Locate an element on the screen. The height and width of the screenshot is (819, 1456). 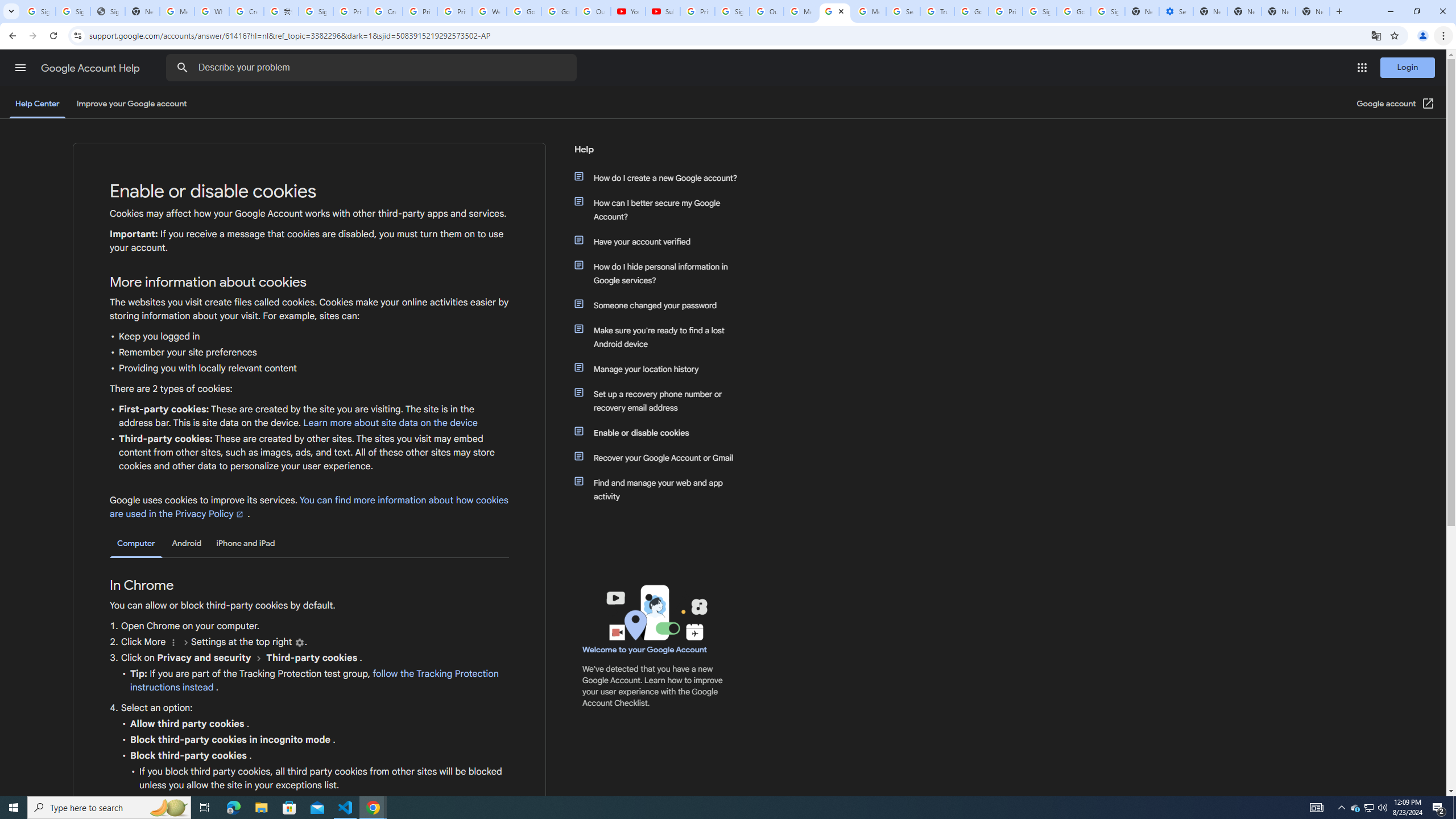
'Welcome to My Activity' is located at coordinates (489, 11).